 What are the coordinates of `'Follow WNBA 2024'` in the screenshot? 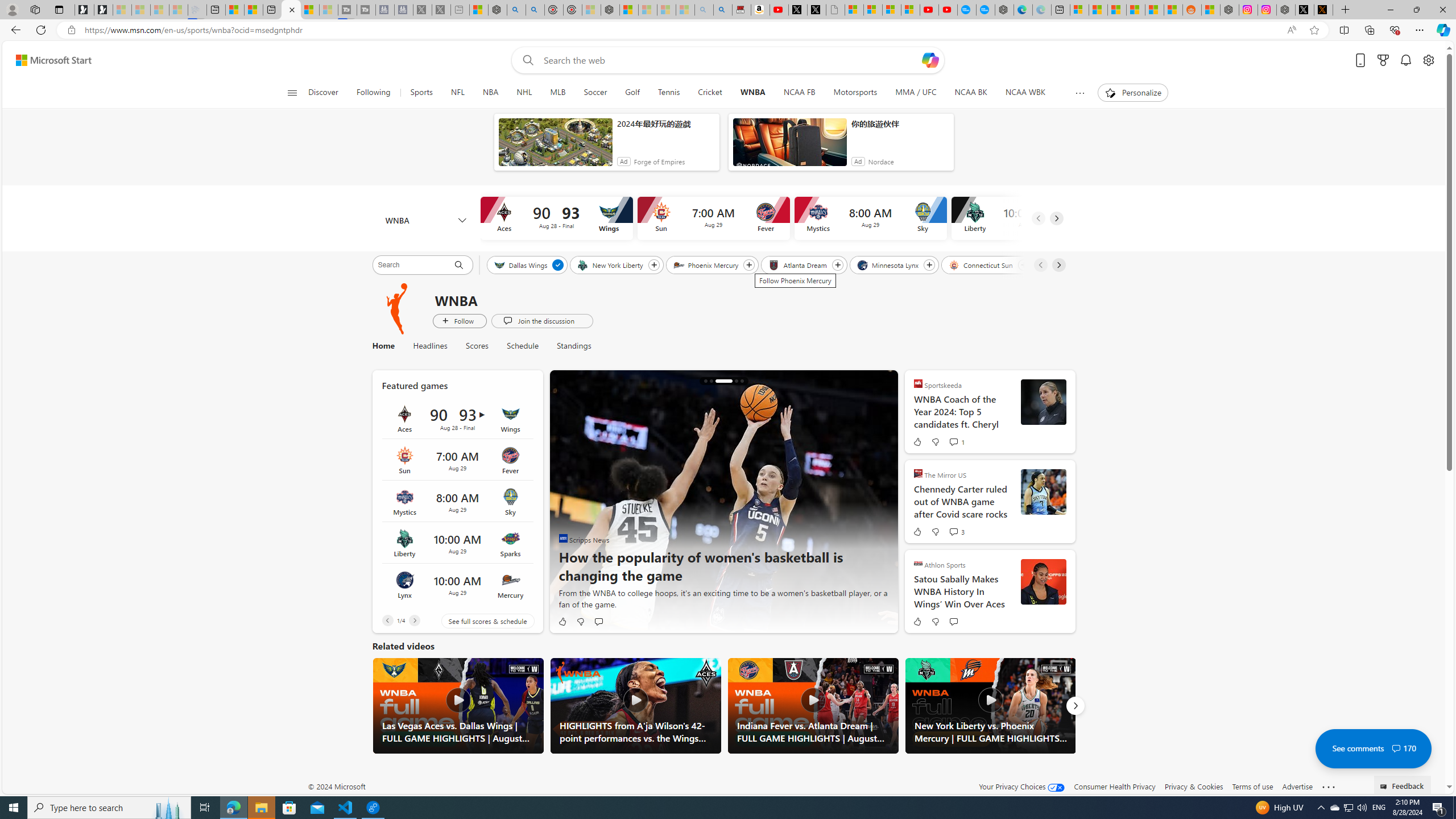 It's located at (459, 320).